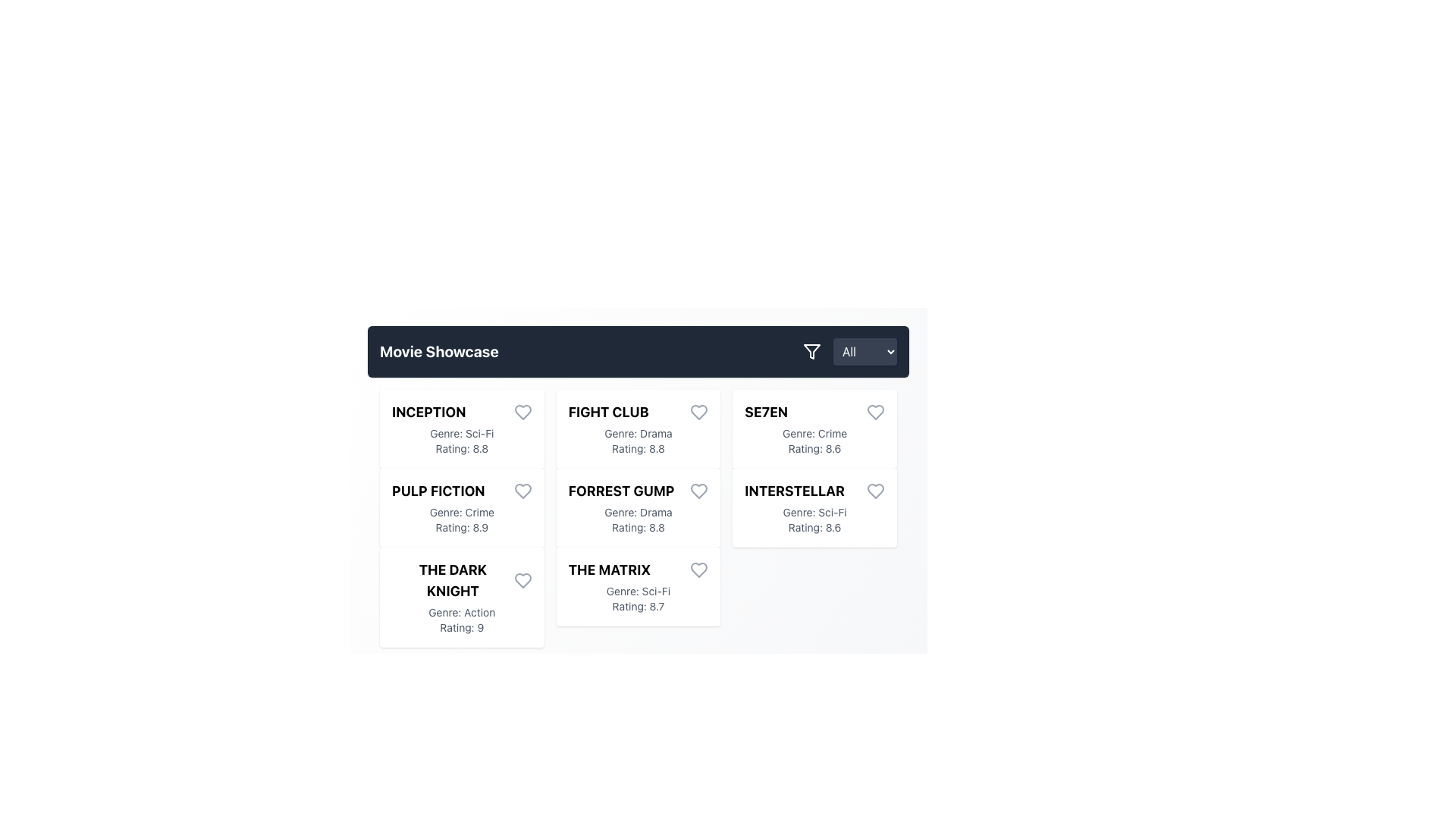  I want to click on text element displaying 'Genre: Sci-Fi' and 'Rating: 8.6', located below the title 'INTERSTELLAR' in the fourth column of the movie cards grid, so click(814, 519).